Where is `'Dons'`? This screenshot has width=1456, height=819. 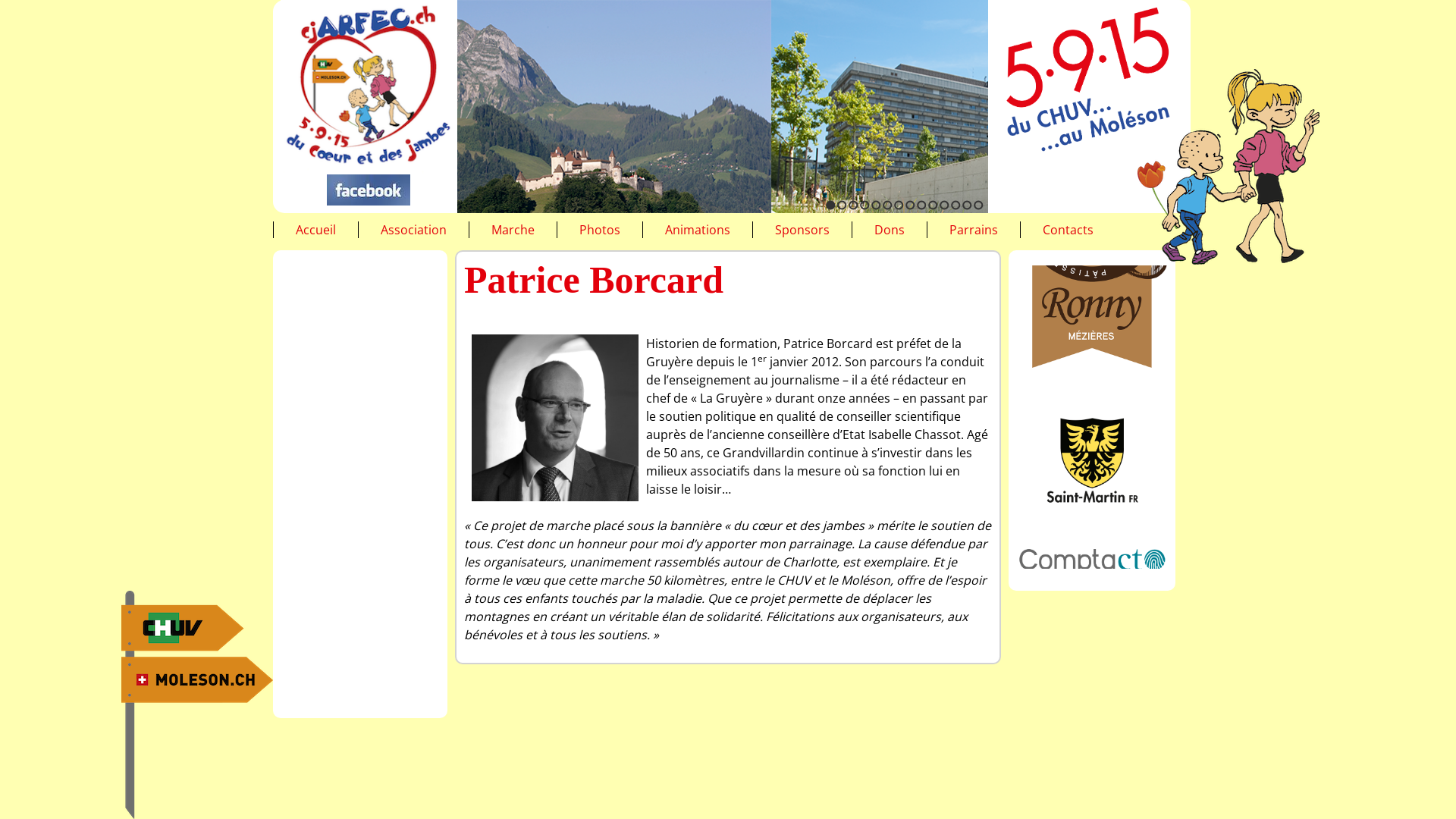 'Dons' is located at coordinates (874, 230).